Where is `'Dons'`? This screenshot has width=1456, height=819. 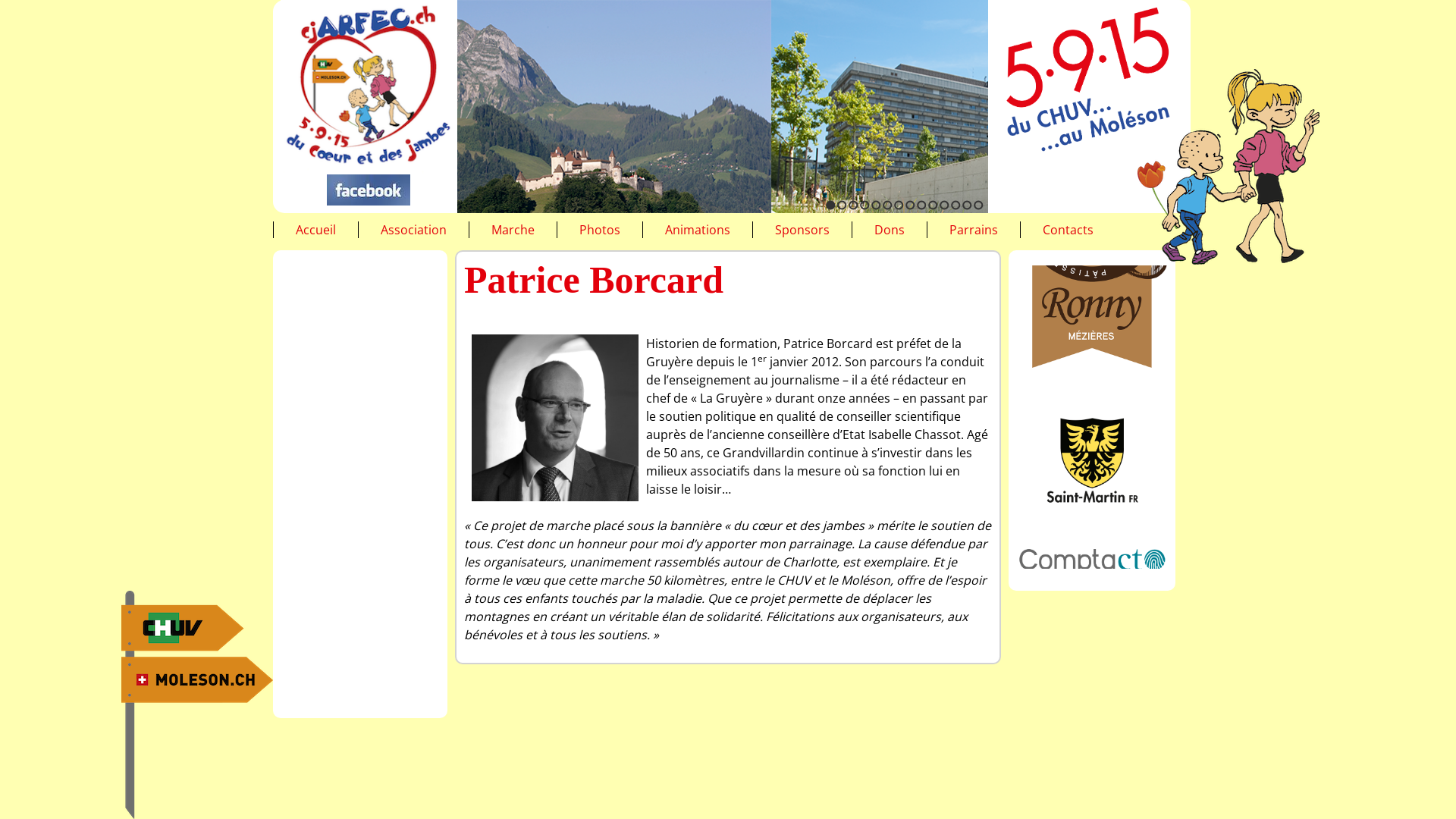 'Dons' is located at coordinates (874, 230).